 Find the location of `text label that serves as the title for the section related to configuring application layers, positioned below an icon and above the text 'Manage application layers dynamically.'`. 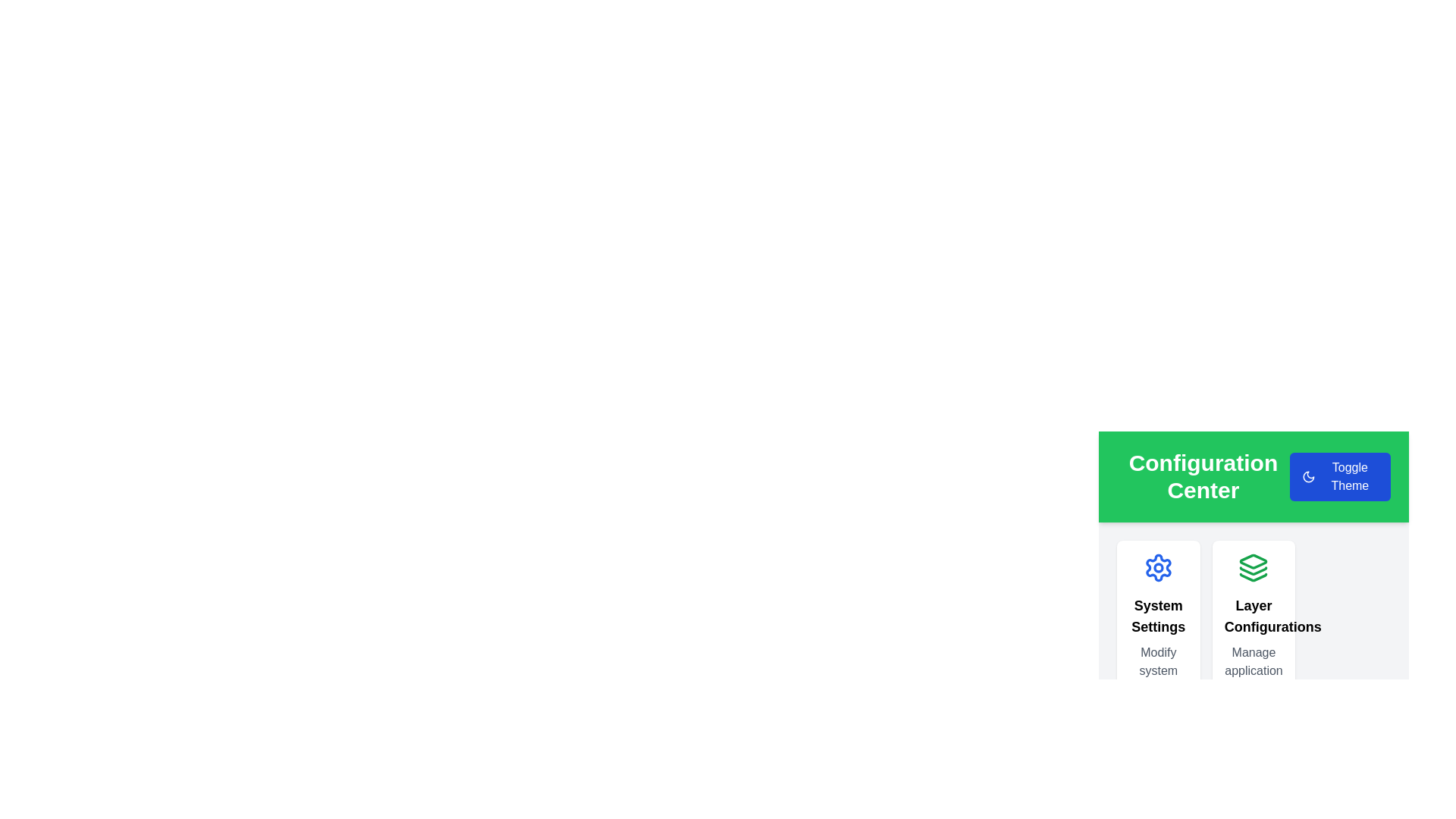

text label that serves as the title for the section related to configuring application layers, positioned below an icon and above the text 'Manage application layers dynamically.' is located at coordinates (1254, 617).